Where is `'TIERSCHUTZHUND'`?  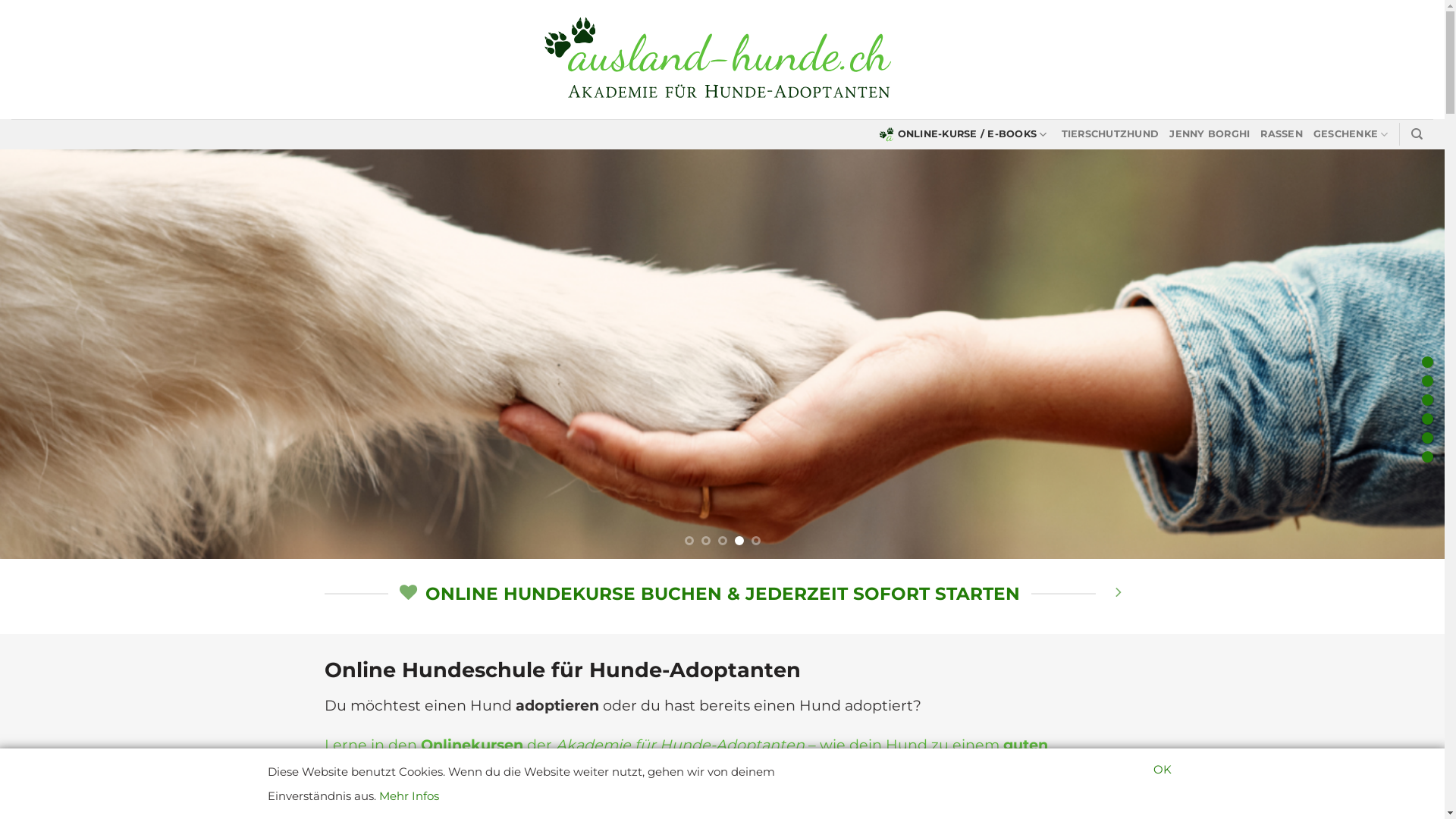
'TIERSCHUTZHUND' is located at coordinates (1110, 133).